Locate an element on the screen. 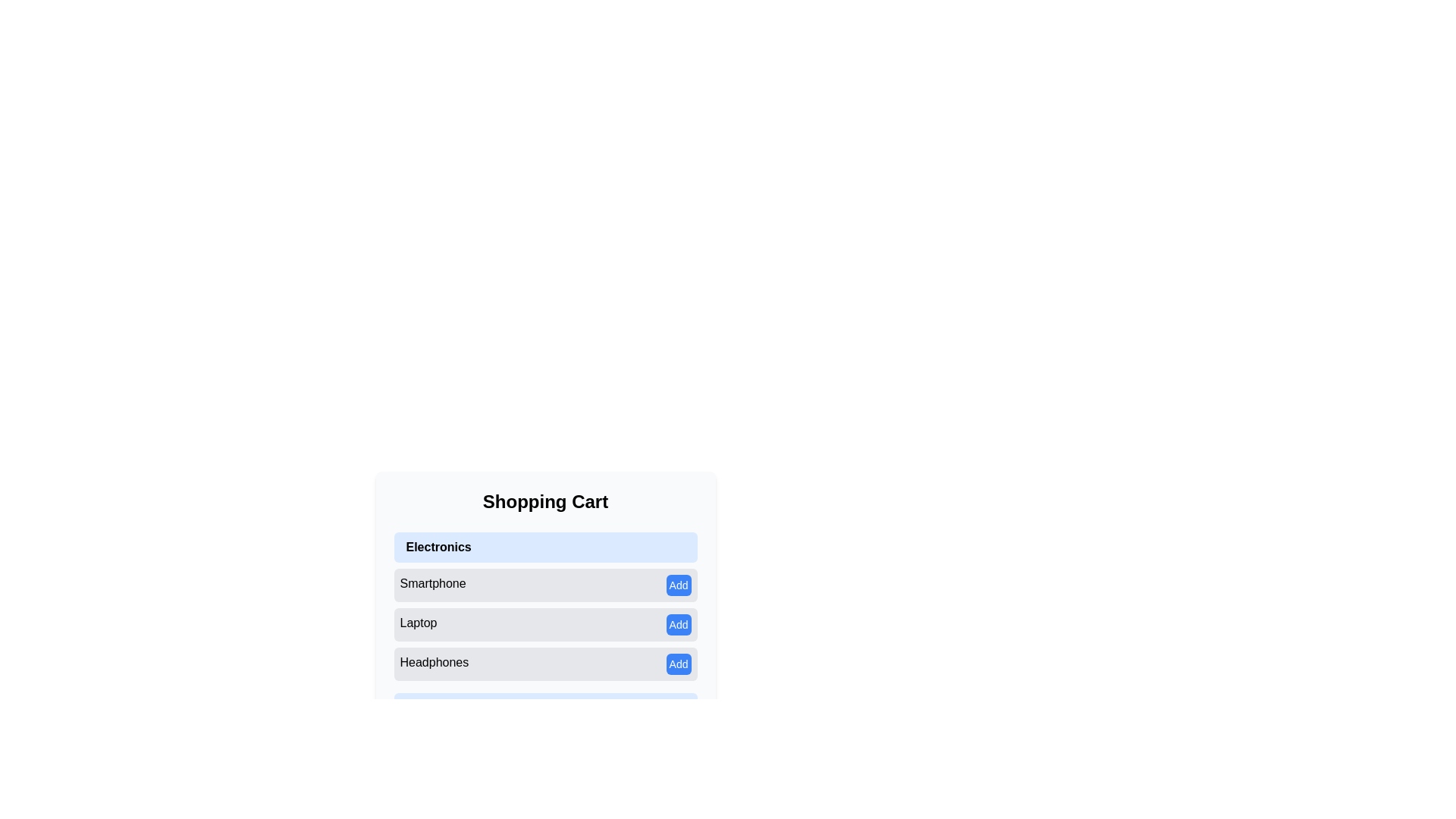 The width and height of the screenshot is (1456, 819). the 'Add' button for the 'Laptop' item located in the 'Electronics' section of the list is located at coordinates (545, 625).